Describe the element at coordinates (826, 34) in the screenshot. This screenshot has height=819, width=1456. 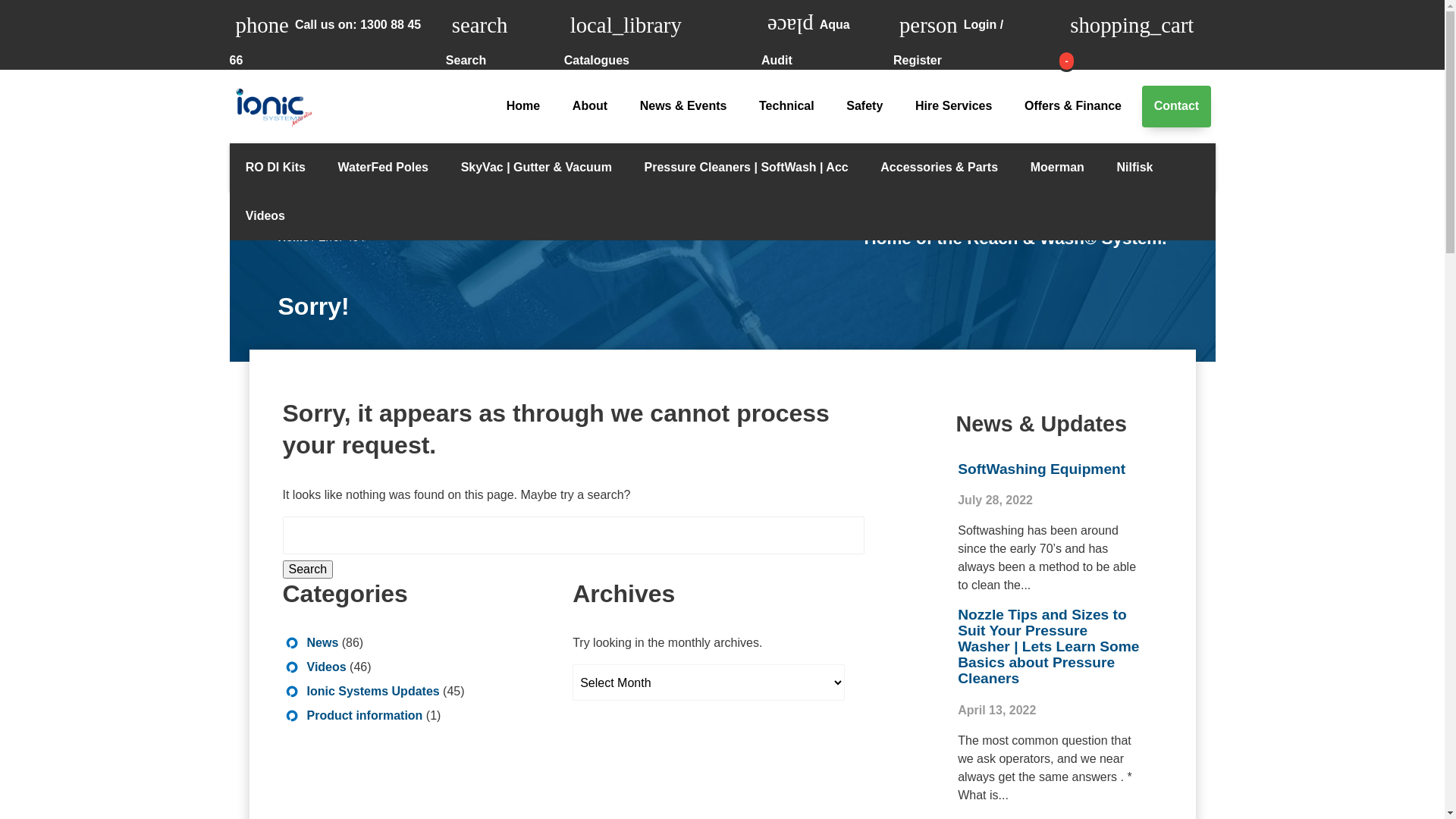
I see `'placeAqua Audit'` at that location.